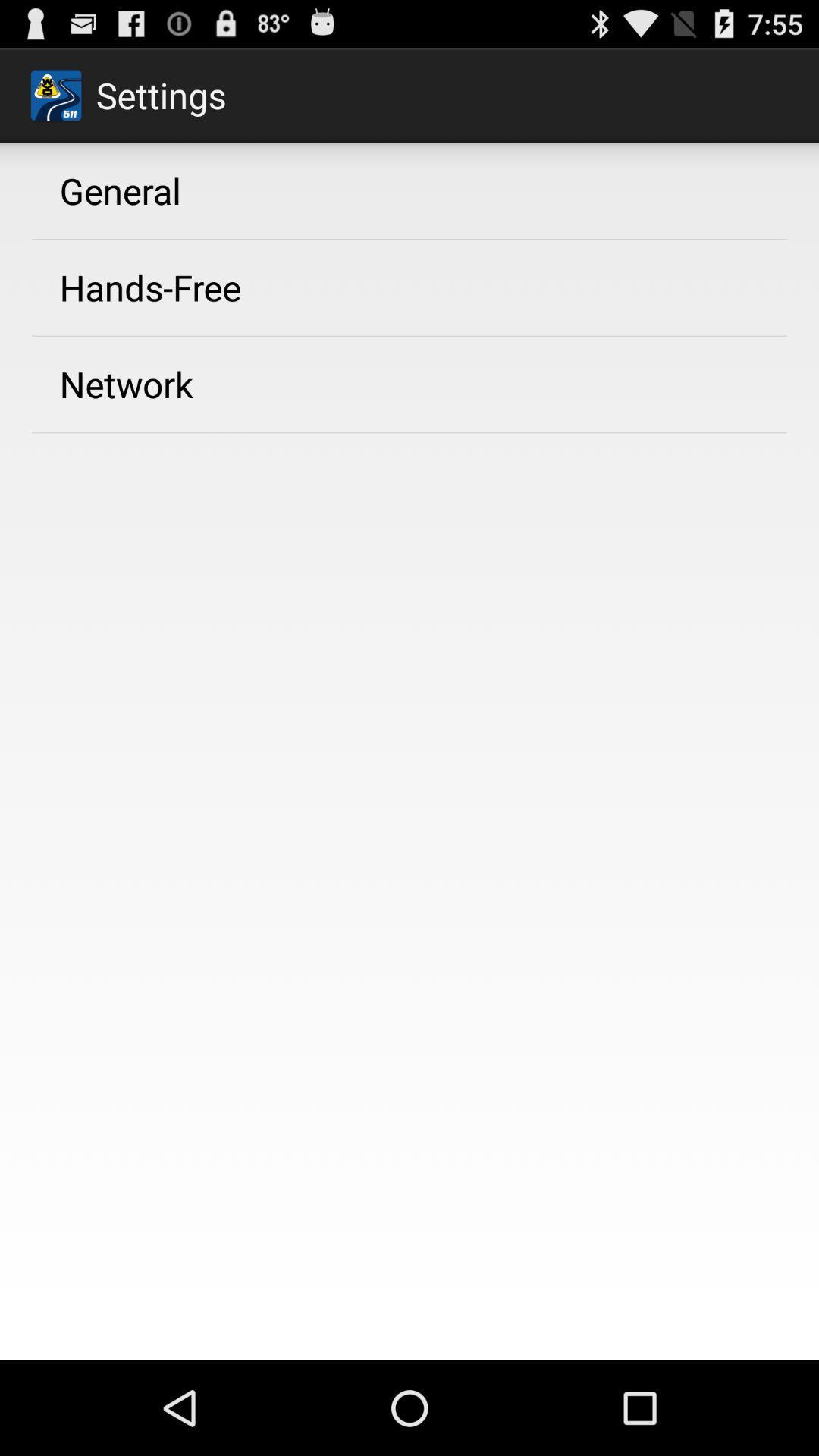 This screenshot has height=1456, width=819. I want to click on the hands-free, so click(150, 287).